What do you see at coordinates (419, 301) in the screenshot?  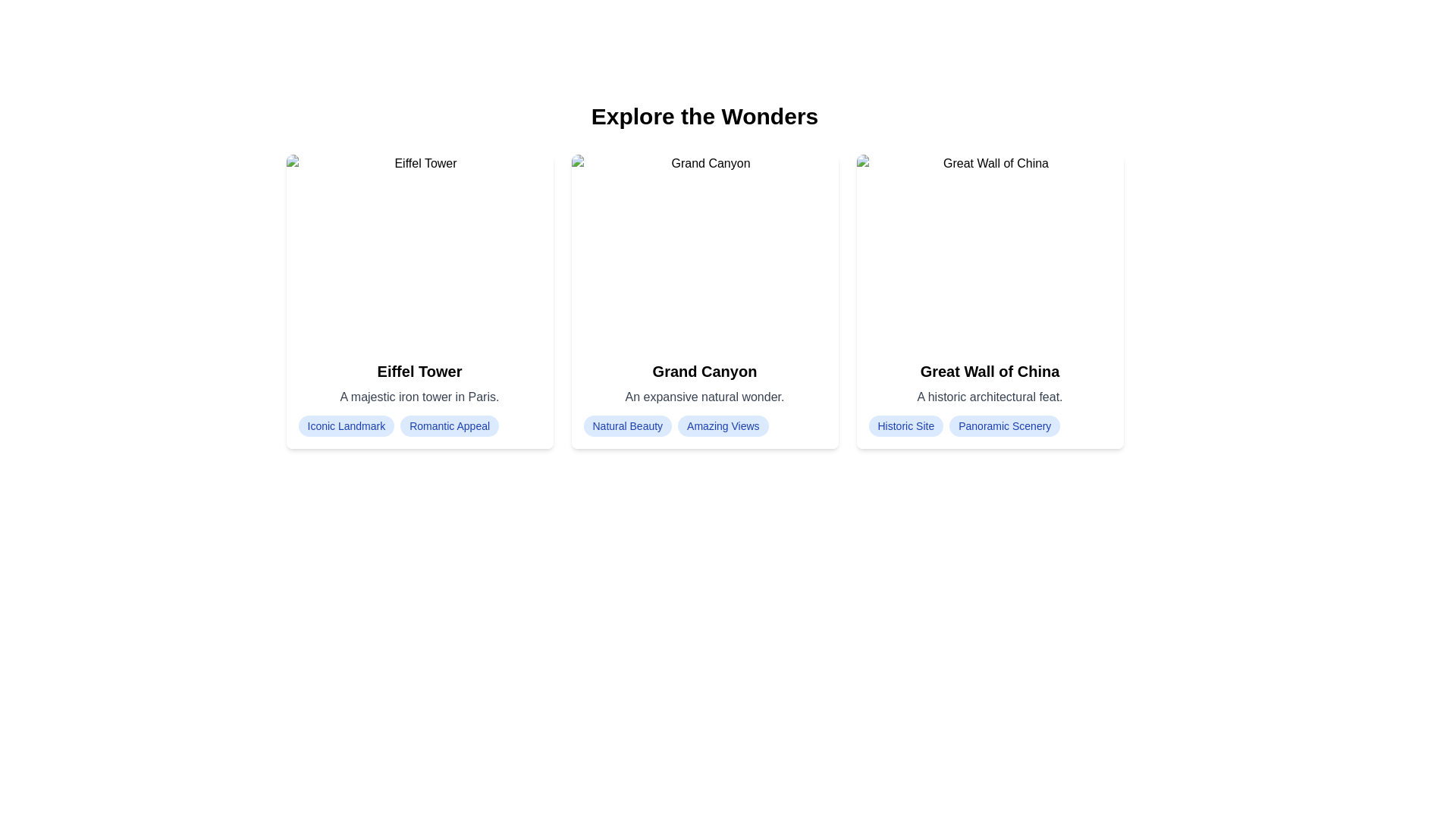 I see `the informational card about the Eiffel Tower located in the leftmost position of the grid` at bounding box center [419, 301].